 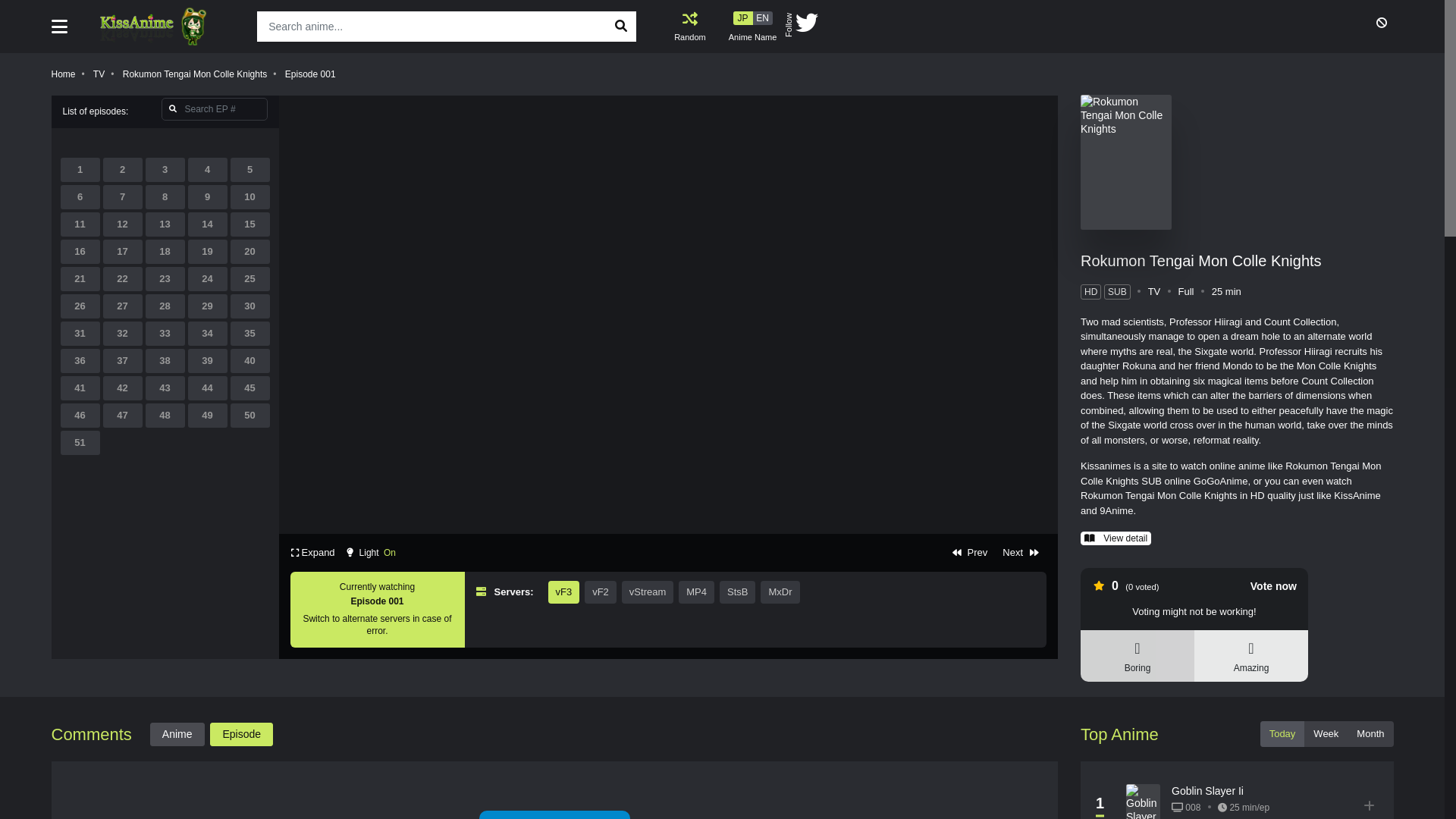 What do you see at coordinates (1200, 259) in the screenshot?
I see `'Rokumon Tengai Mon Colle Knights'` at bounding box center [1200, 259].